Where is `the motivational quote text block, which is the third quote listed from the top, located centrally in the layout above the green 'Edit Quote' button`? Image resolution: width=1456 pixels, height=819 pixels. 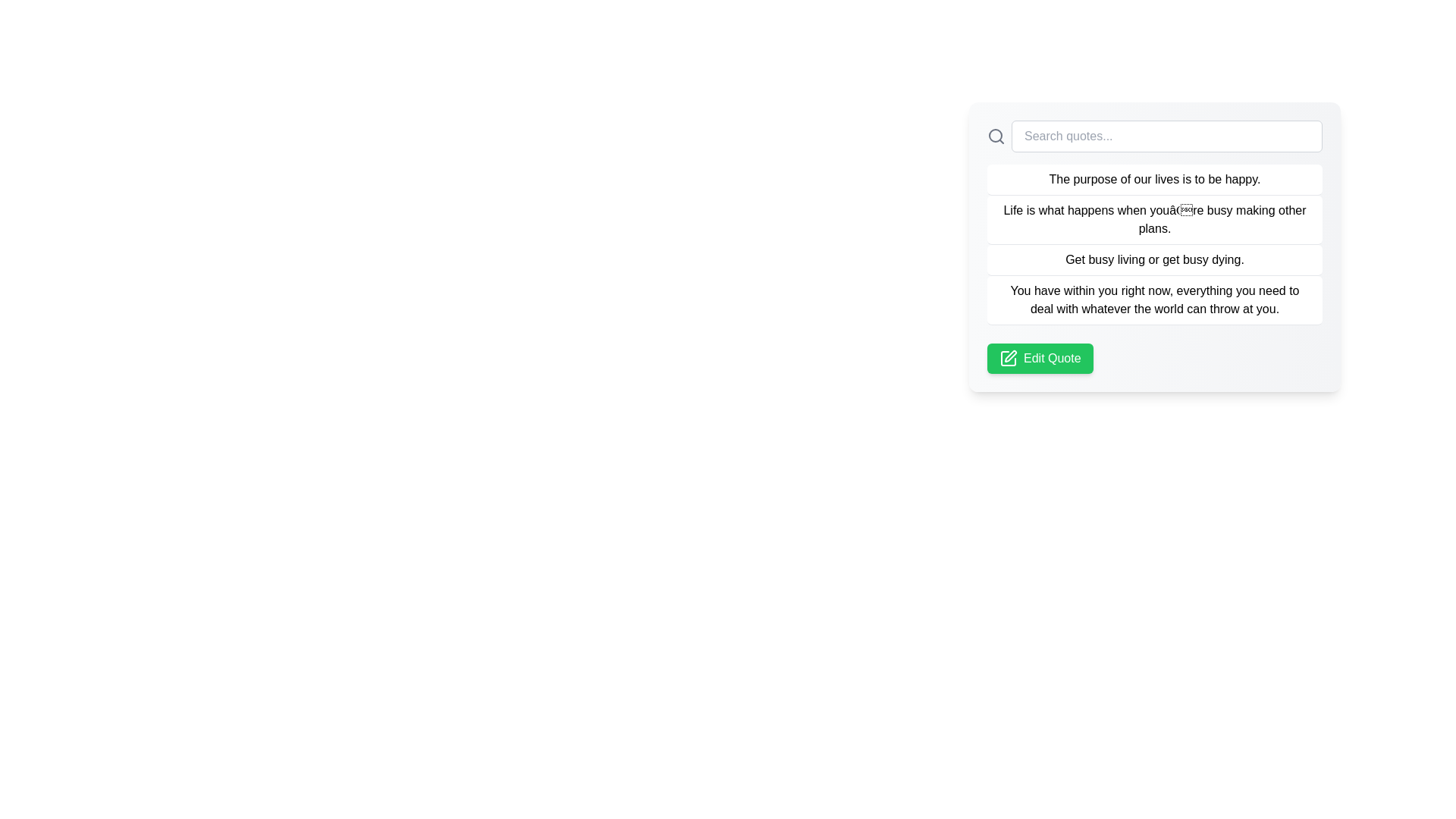 the motivational quote text block, which is the third quote listed from the top, located centrally in the layout above the green 'Edit Quote' button is located at coordinates (1153, 253).